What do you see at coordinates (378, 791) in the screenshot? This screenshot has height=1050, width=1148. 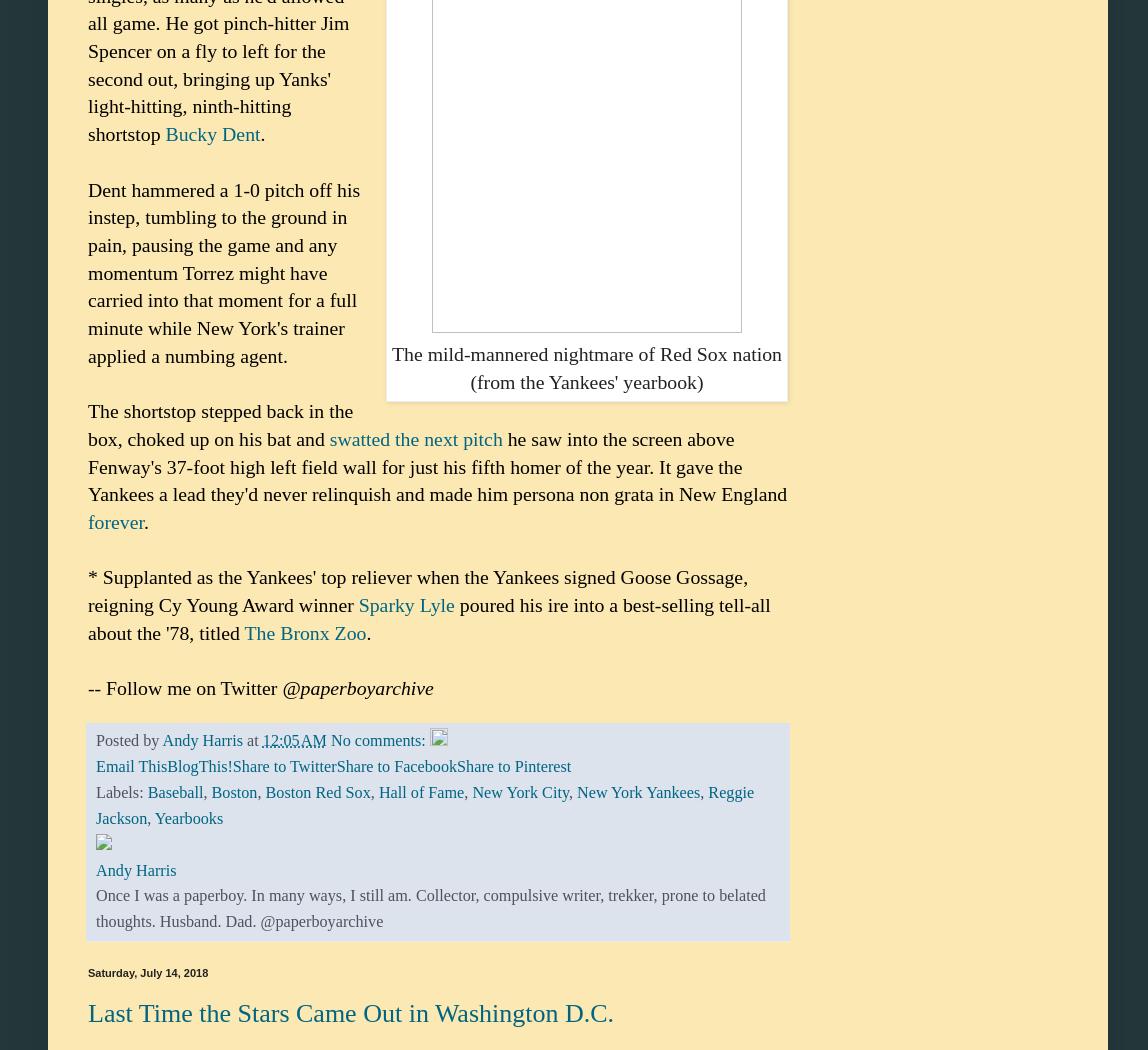 I see `'Hall of Fame'` at bounding box center [378, 791].